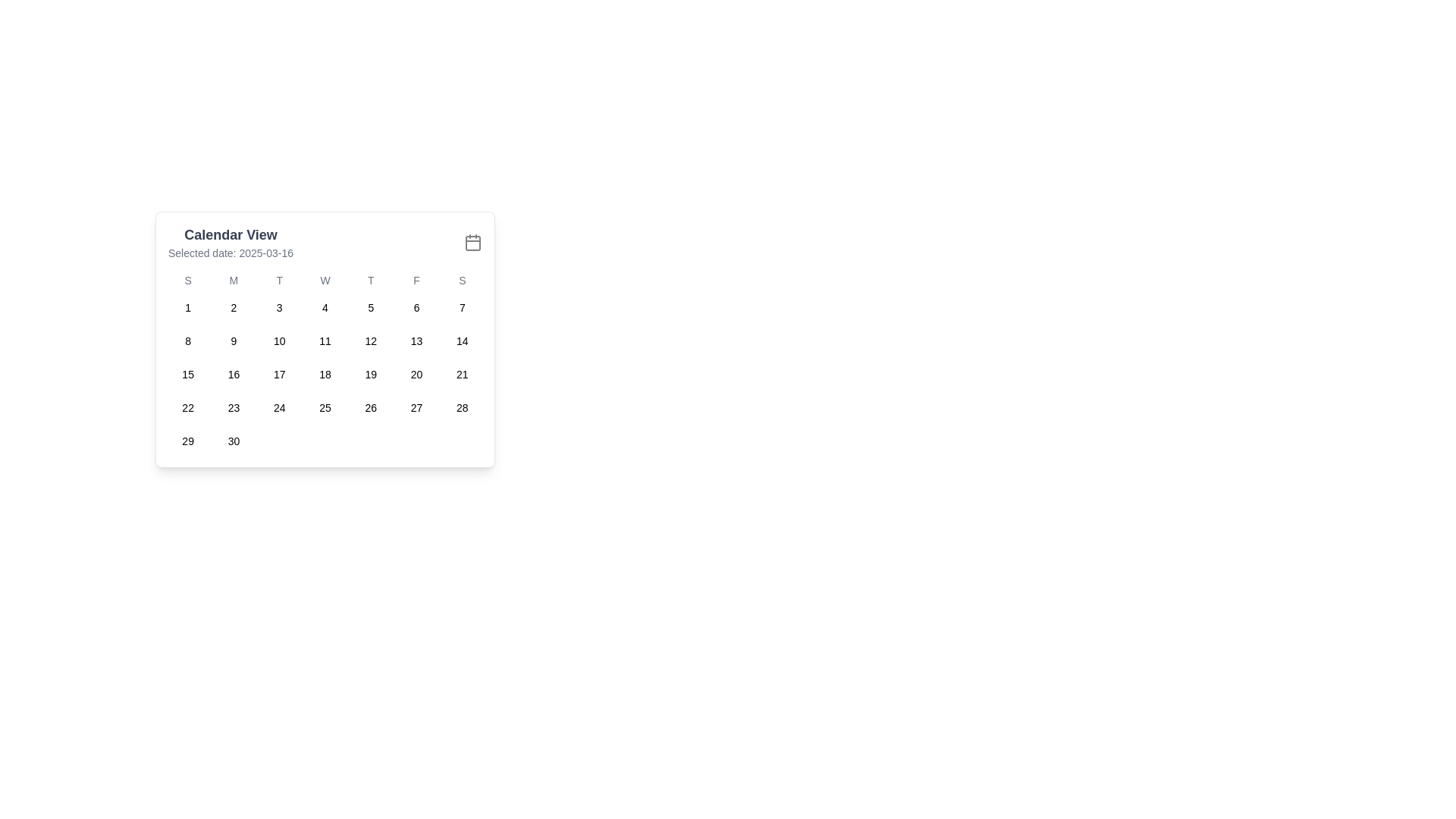  I want to click on the Calendar Day Cell representing the 14th day of the month, located under the 'Saturday' column in the third row of the calendar view, so click(461, 341).